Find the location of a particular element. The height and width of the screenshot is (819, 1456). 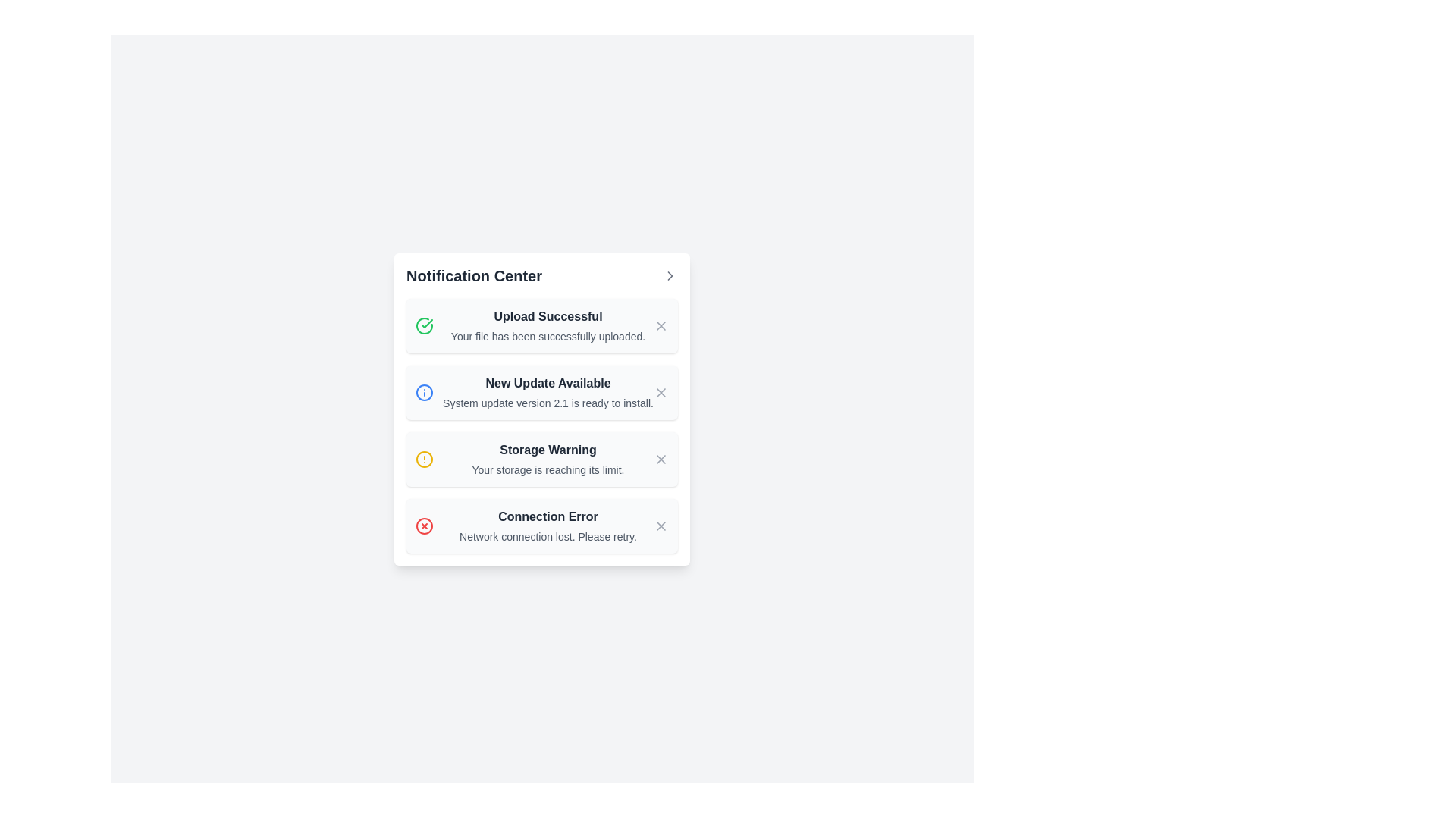

the 'Connection Error' text label, which is displayed in bold dark gray font within the bottom notification entry of the notifications list is located at coordinates (548, 516).